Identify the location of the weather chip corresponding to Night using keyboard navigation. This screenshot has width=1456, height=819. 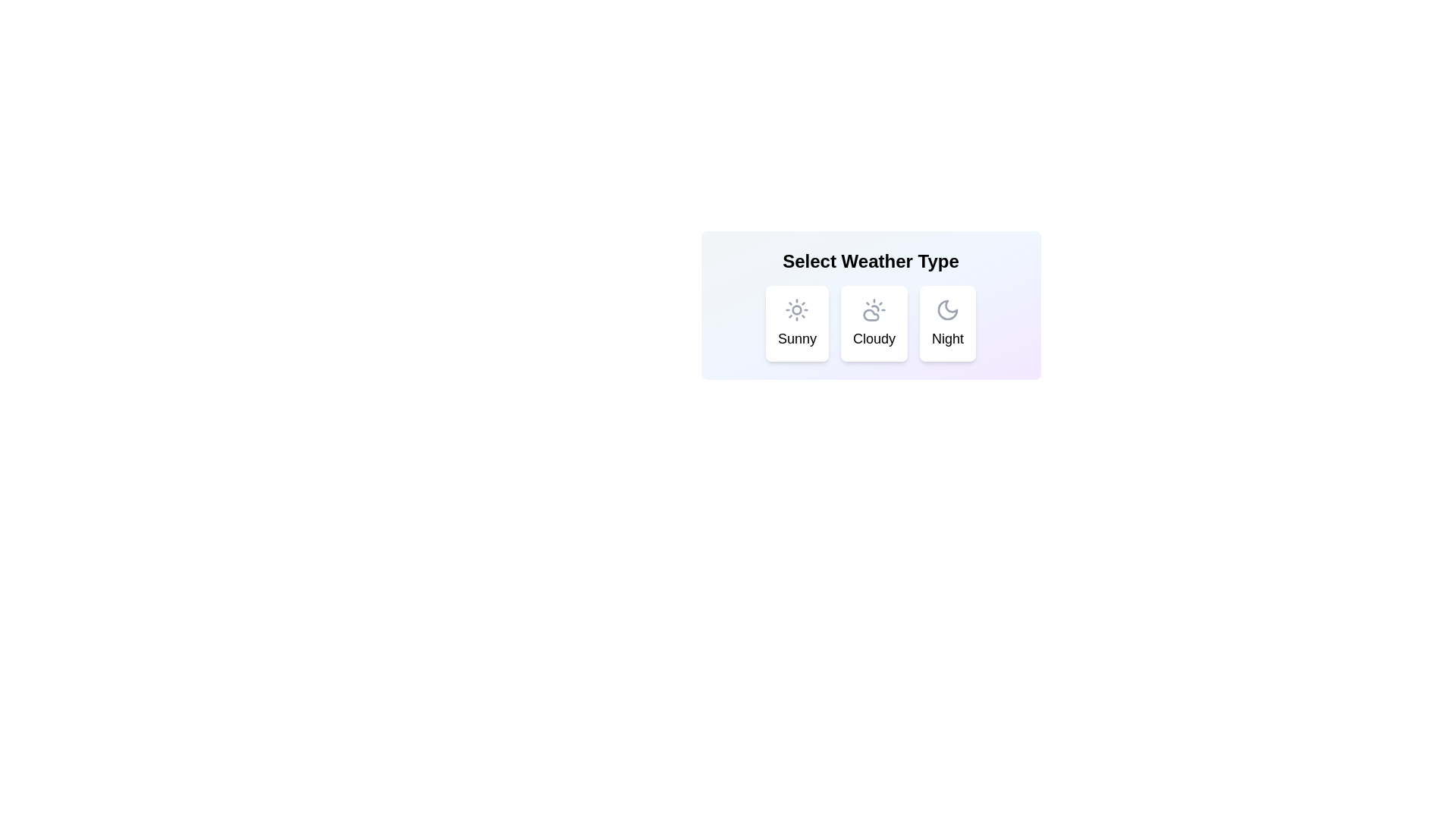
(947, 323).